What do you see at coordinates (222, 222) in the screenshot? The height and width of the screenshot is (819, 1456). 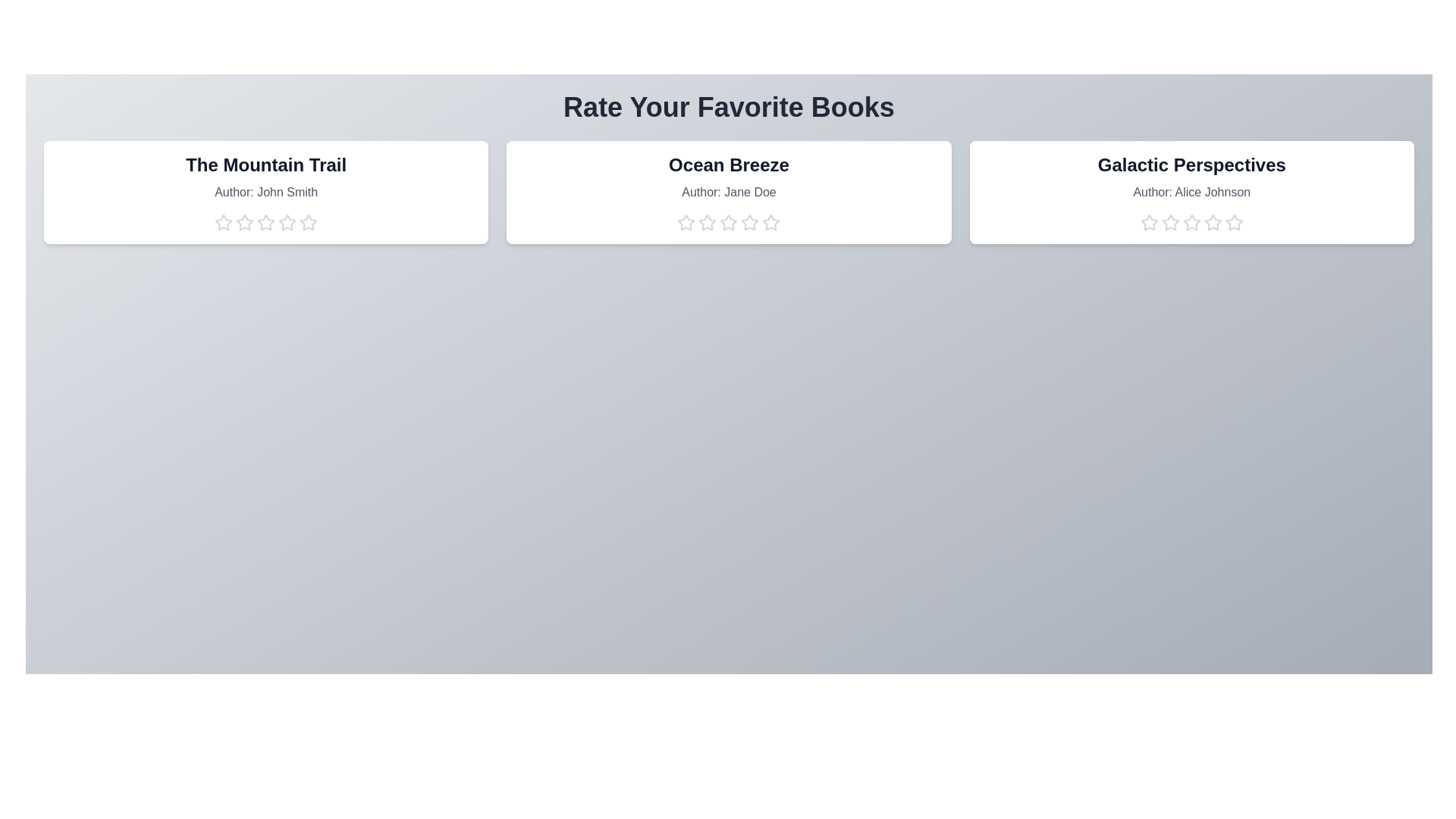 I see `the star corresponding to 1 to preview the rating` at bounding box center [222, 222].